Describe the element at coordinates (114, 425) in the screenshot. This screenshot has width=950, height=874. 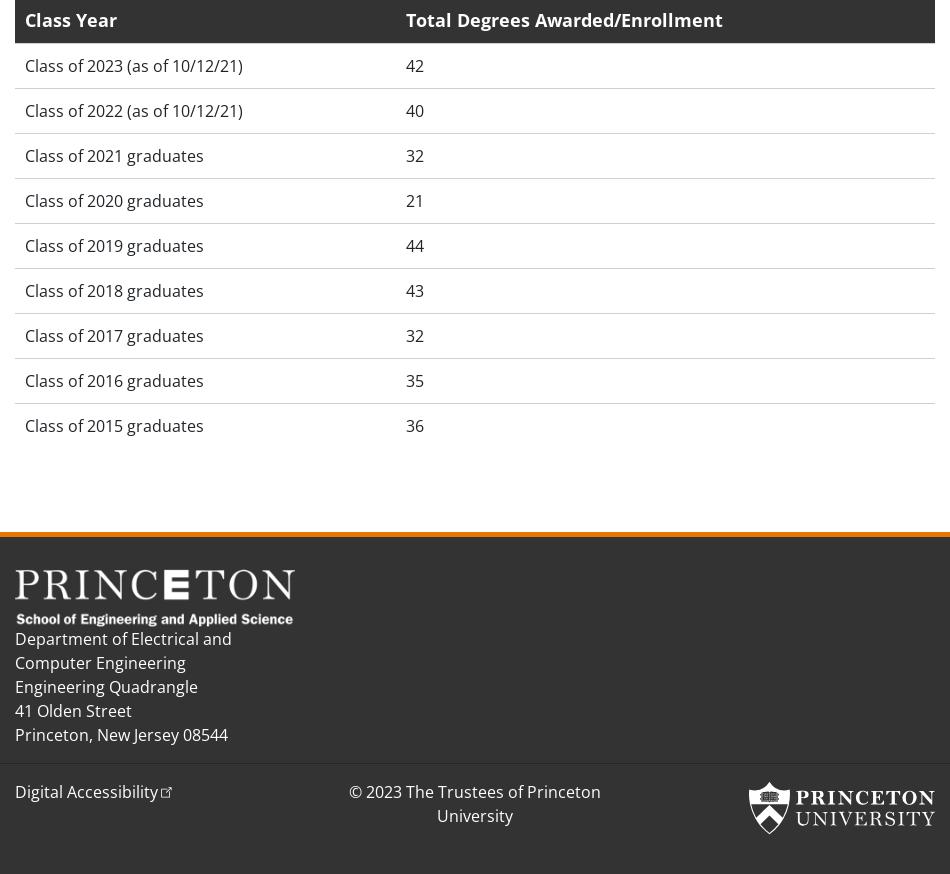
I see `'Class of 2015 graduates'` at that location.